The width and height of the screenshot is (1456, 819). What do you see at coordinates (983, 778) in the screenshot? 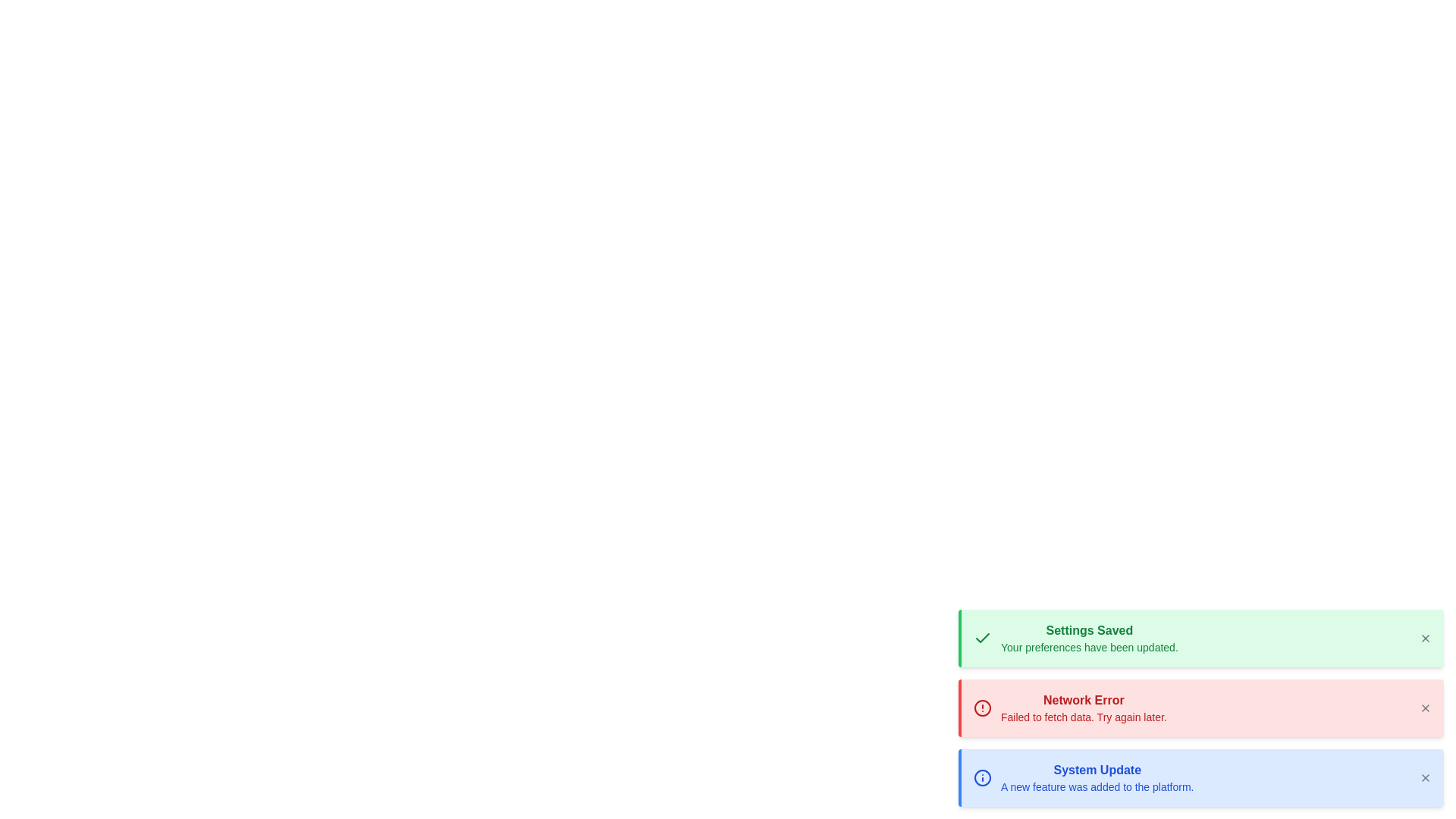
I see `the information icon located on the left side of the 'System Update' notification block, which features a circular outline with a vertical line and a dot at the top` at bounding box center [983, 778].